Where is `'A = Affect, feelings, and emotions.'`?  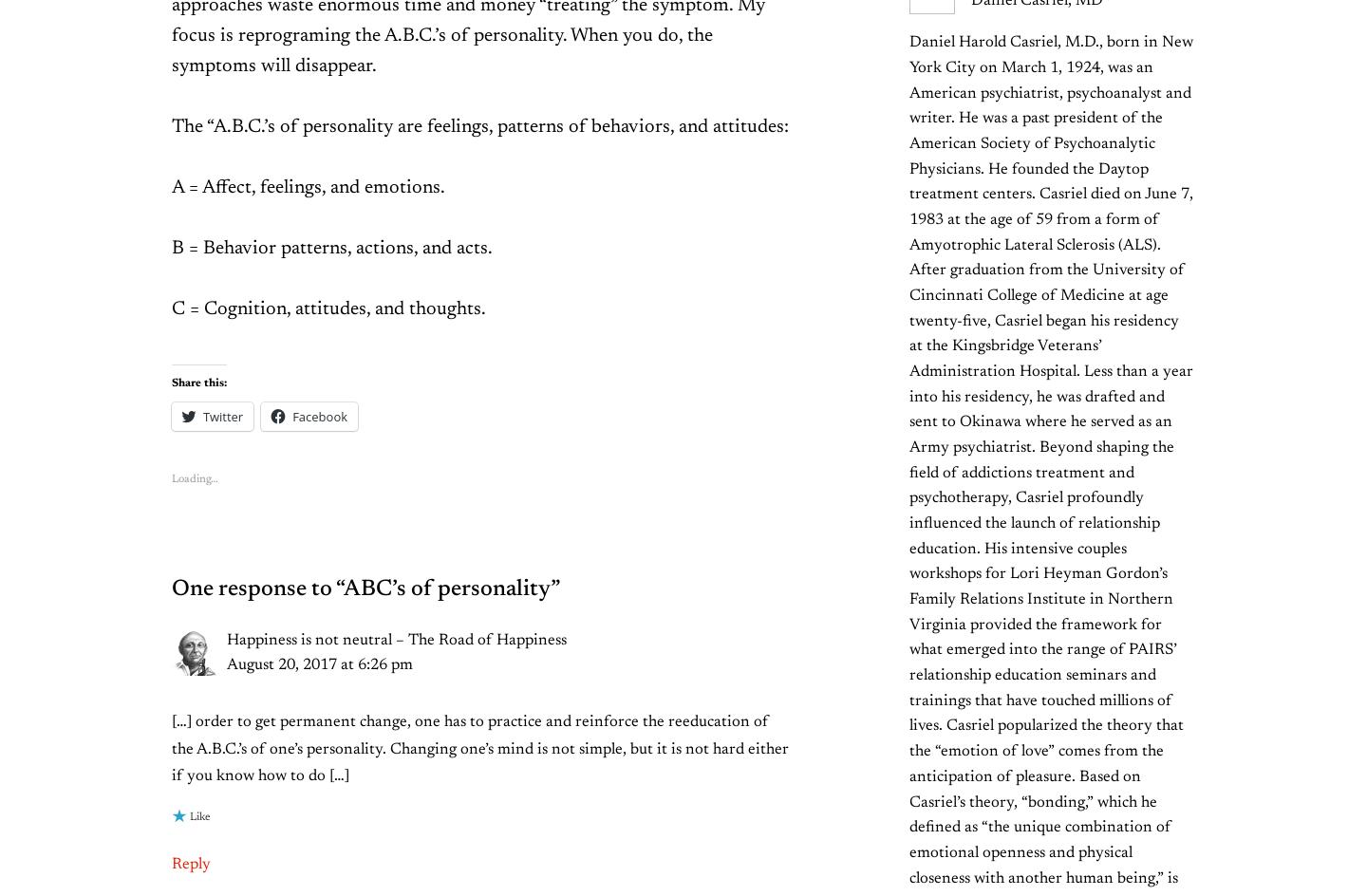
'A = Affect, feelings, and emotions.' is located at coordinates (309, 186).